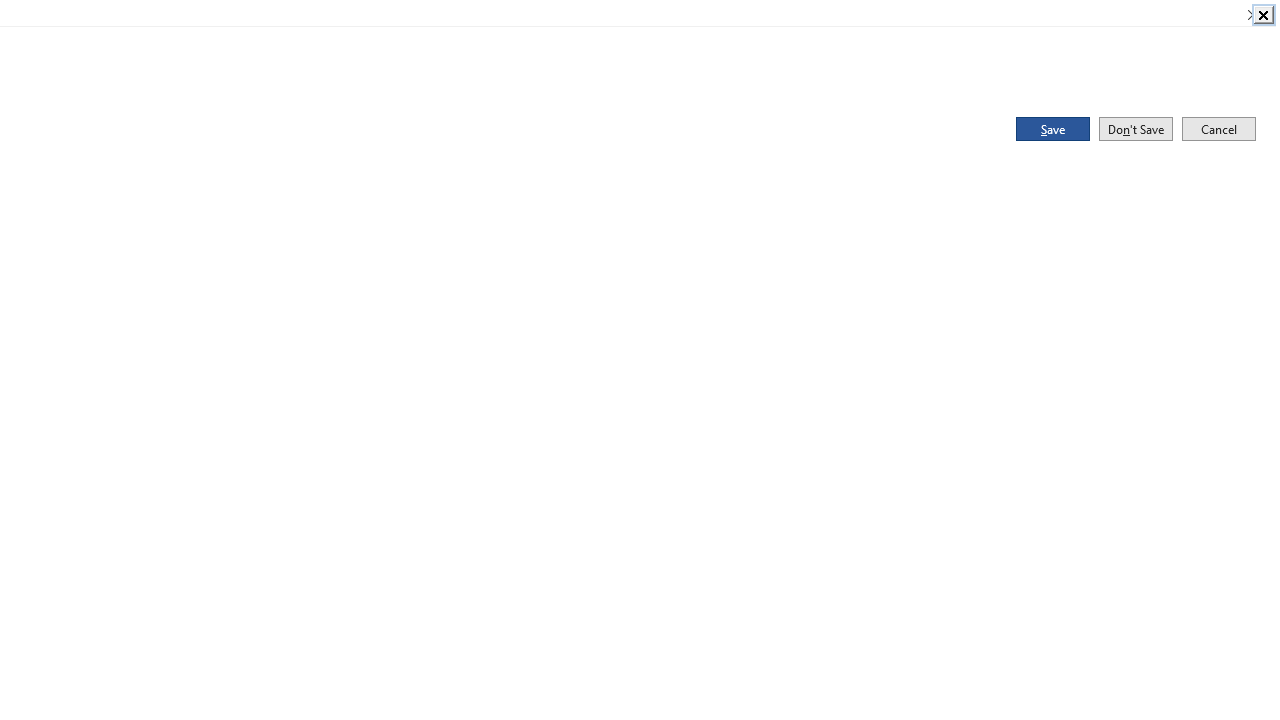  Describe the element at coordinates (1217, 128) in the screenshot. I see `'Cancel'` at that location.